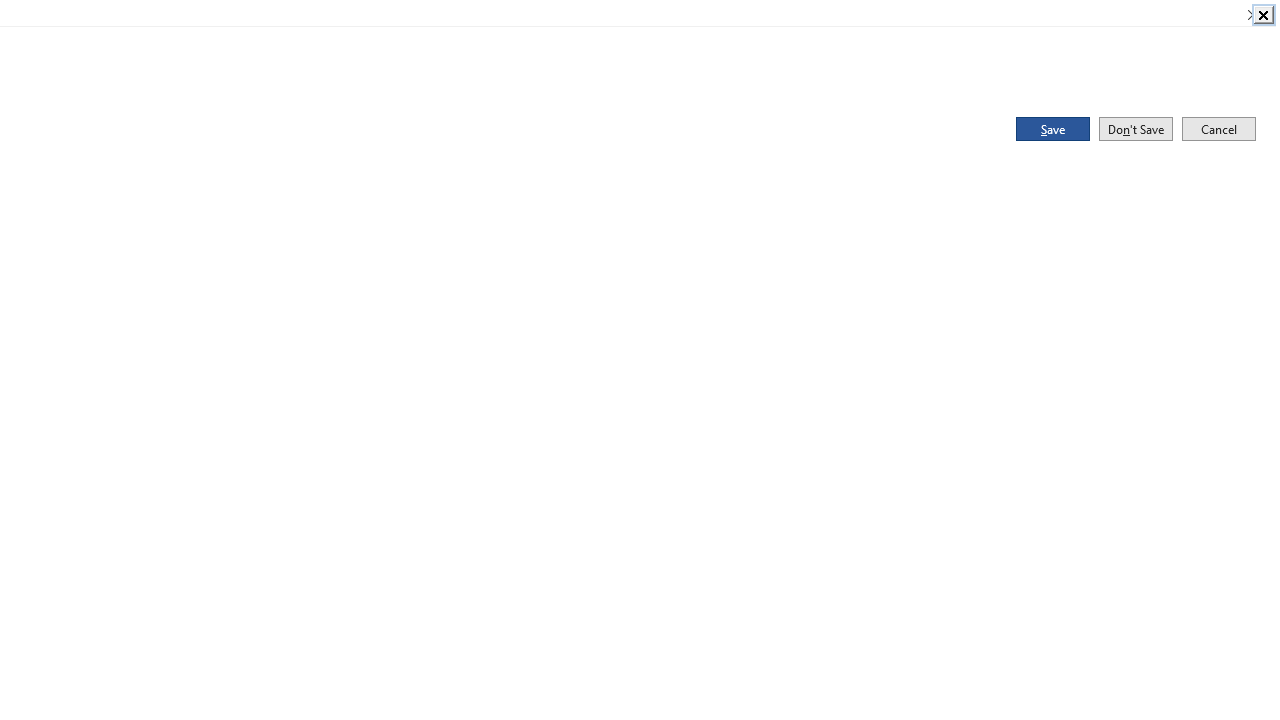  Describe the element at coordinates (1217, 128) in the screenshot. I see `'Cancel'` at that location.